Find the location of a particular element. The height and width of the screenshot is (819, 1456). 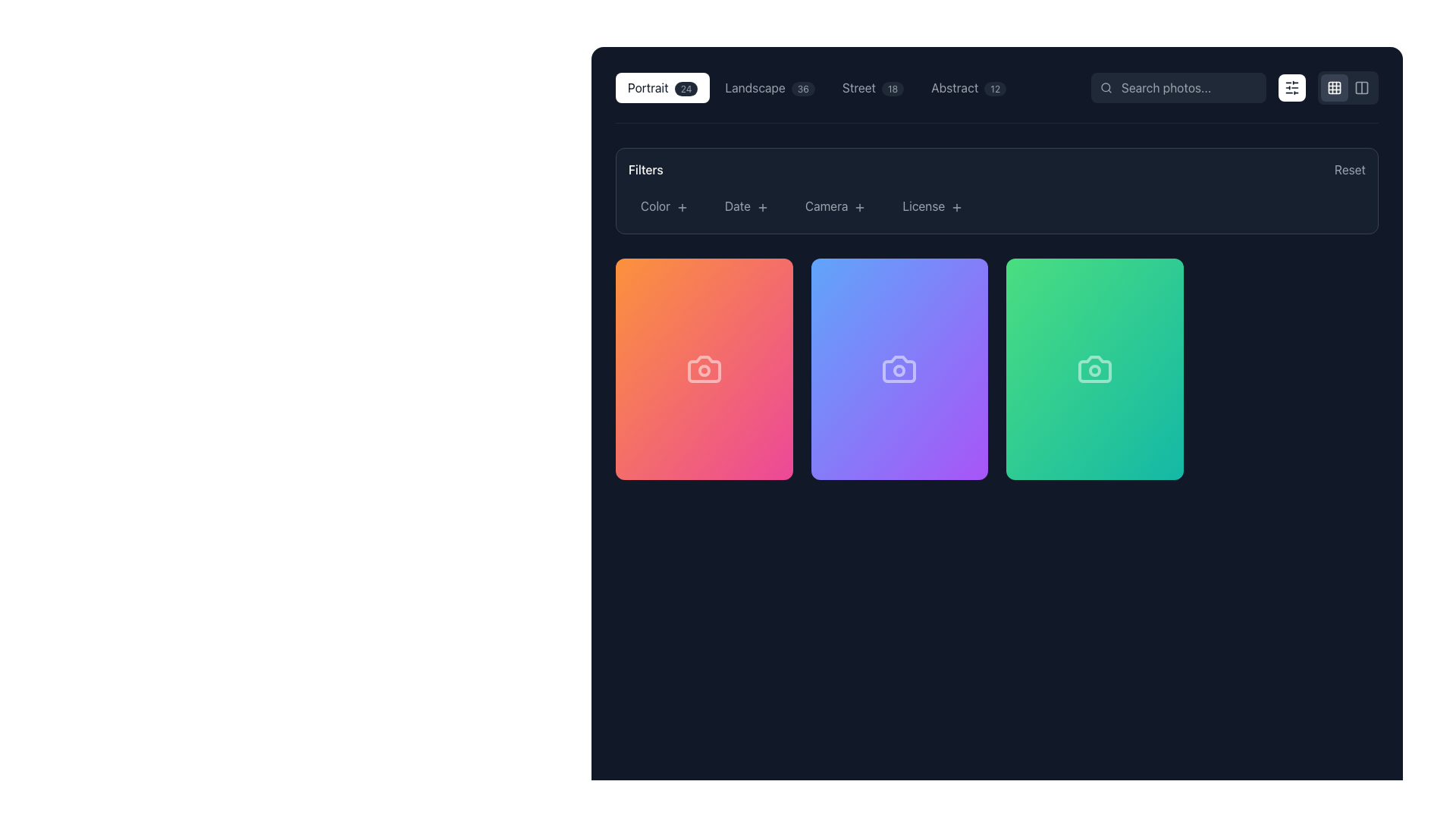

the 'Portrait' button on the interactive menu bar, which is located near the top of the interface above the 'Filters' section is located at coordinates (997, 97).